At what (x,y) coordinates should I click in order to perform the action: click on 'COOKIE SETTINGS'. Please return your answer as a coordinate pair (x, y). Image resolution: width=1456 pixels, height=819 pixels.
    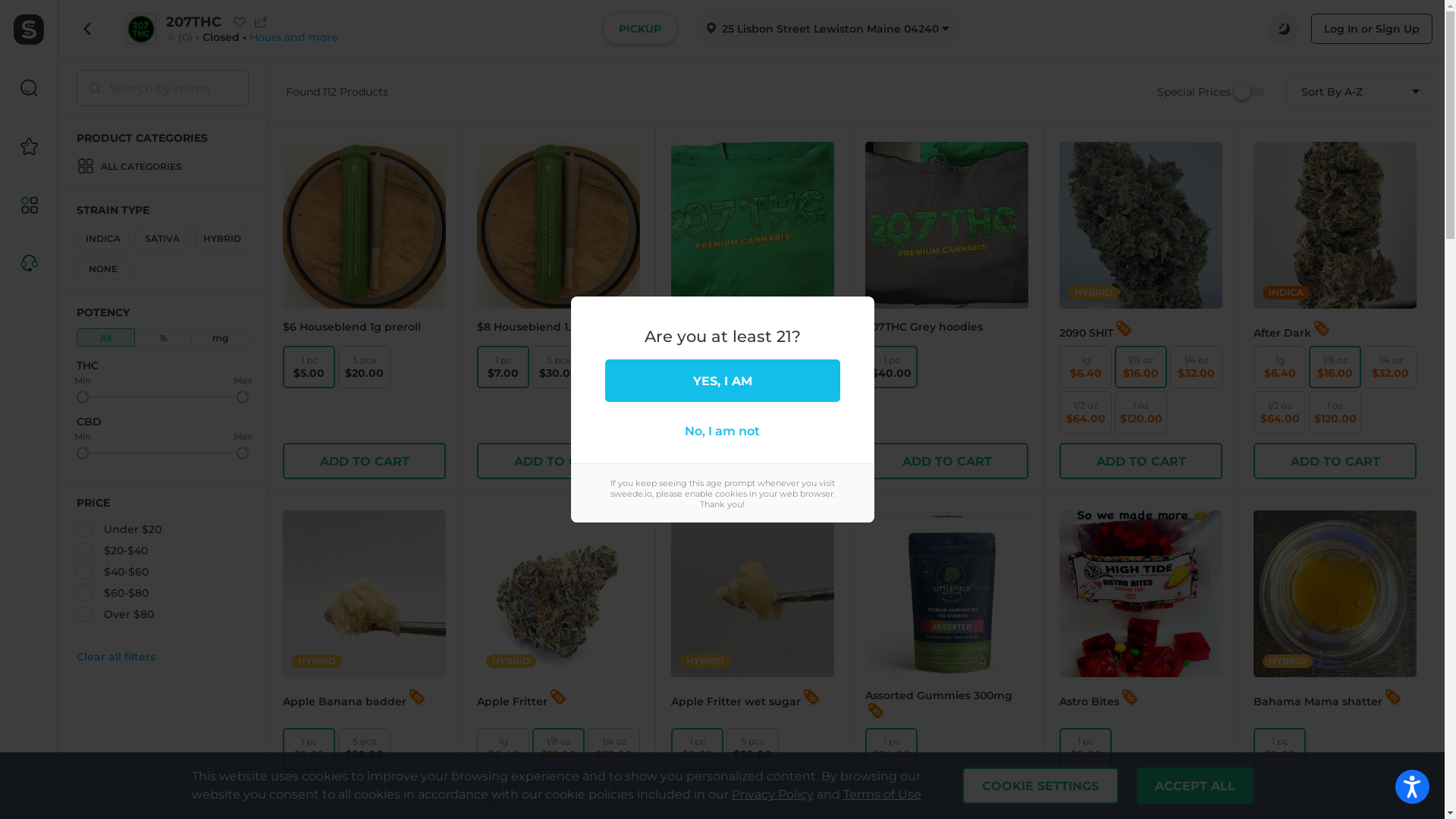
    Looking at the image, I should click on (1039, 785).